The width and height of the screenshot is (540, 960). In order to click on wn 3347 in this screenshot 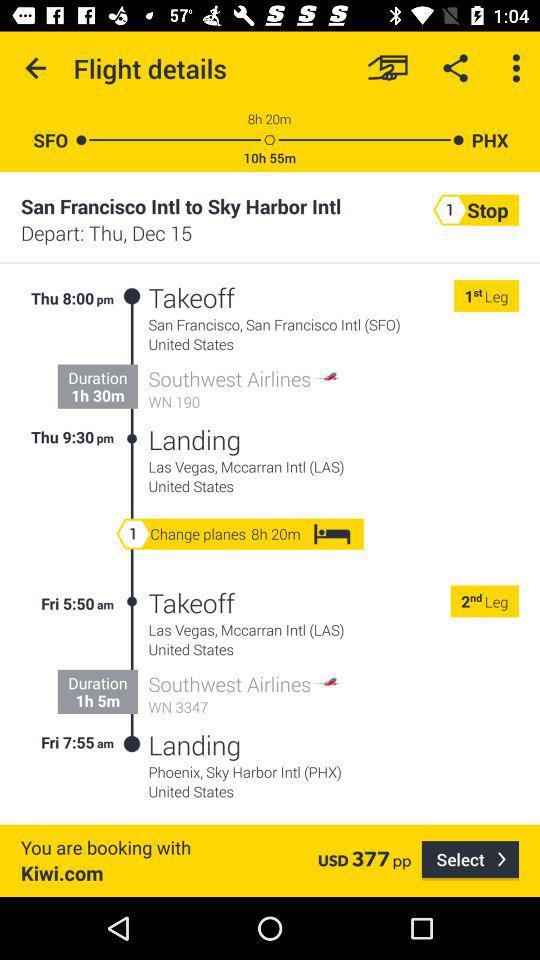, I will do `click(245, 707)`.